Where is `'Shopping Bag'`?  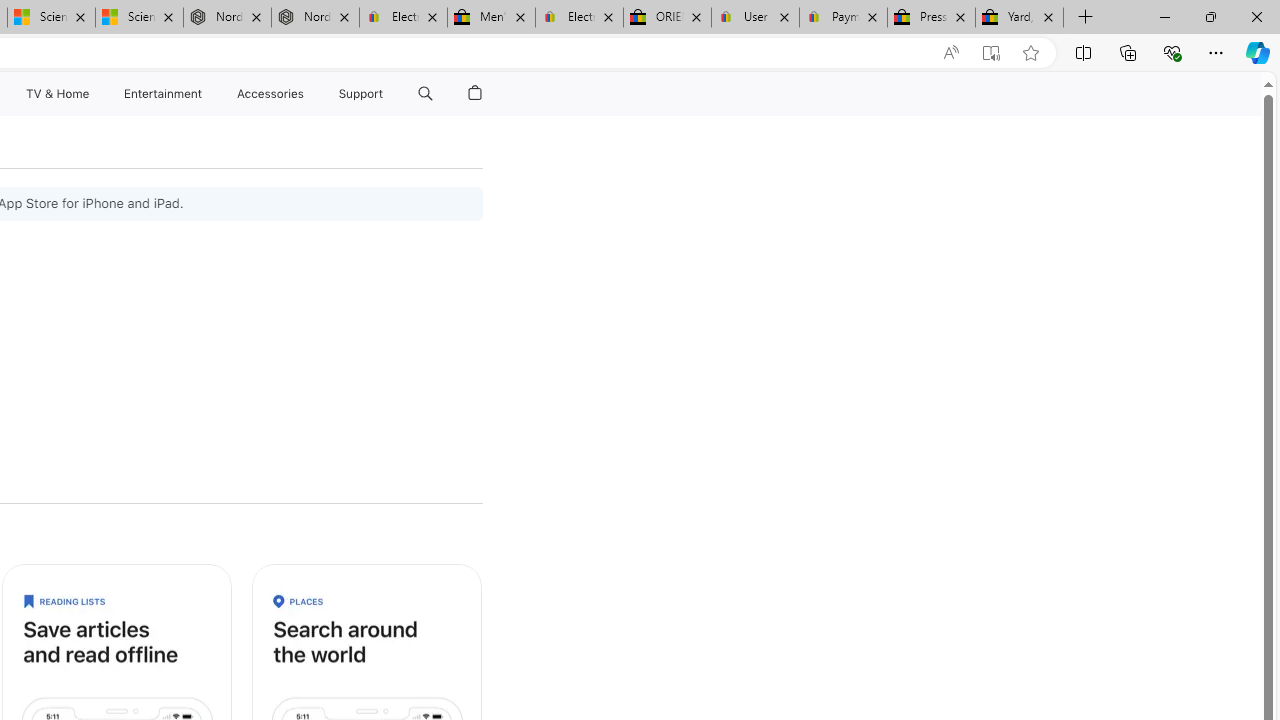
'Shopping Bag' is located at coordinates (474, 93).